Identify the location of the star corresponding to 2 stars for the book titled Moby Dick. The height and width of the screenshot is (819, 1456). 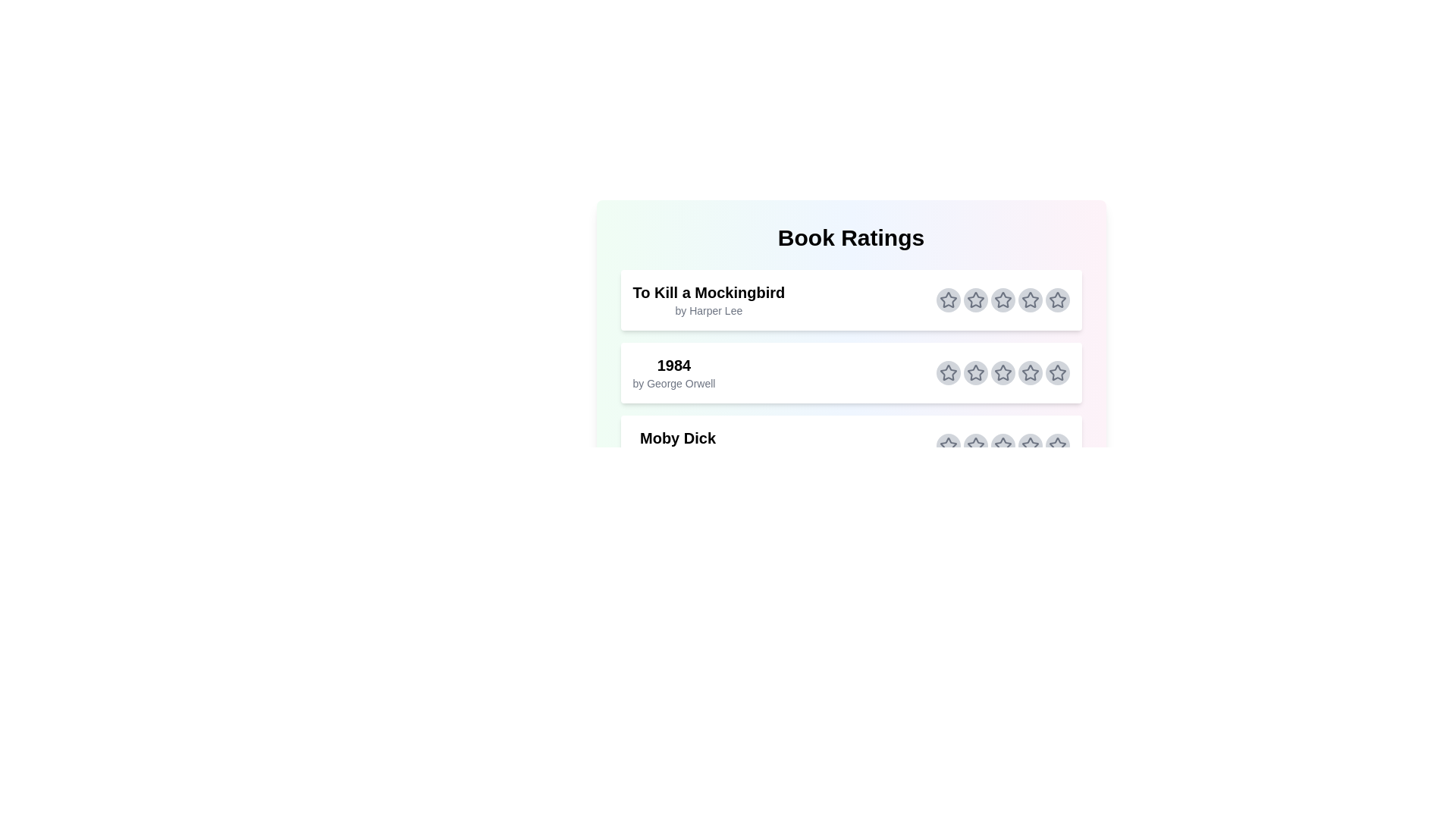
(975, 444).